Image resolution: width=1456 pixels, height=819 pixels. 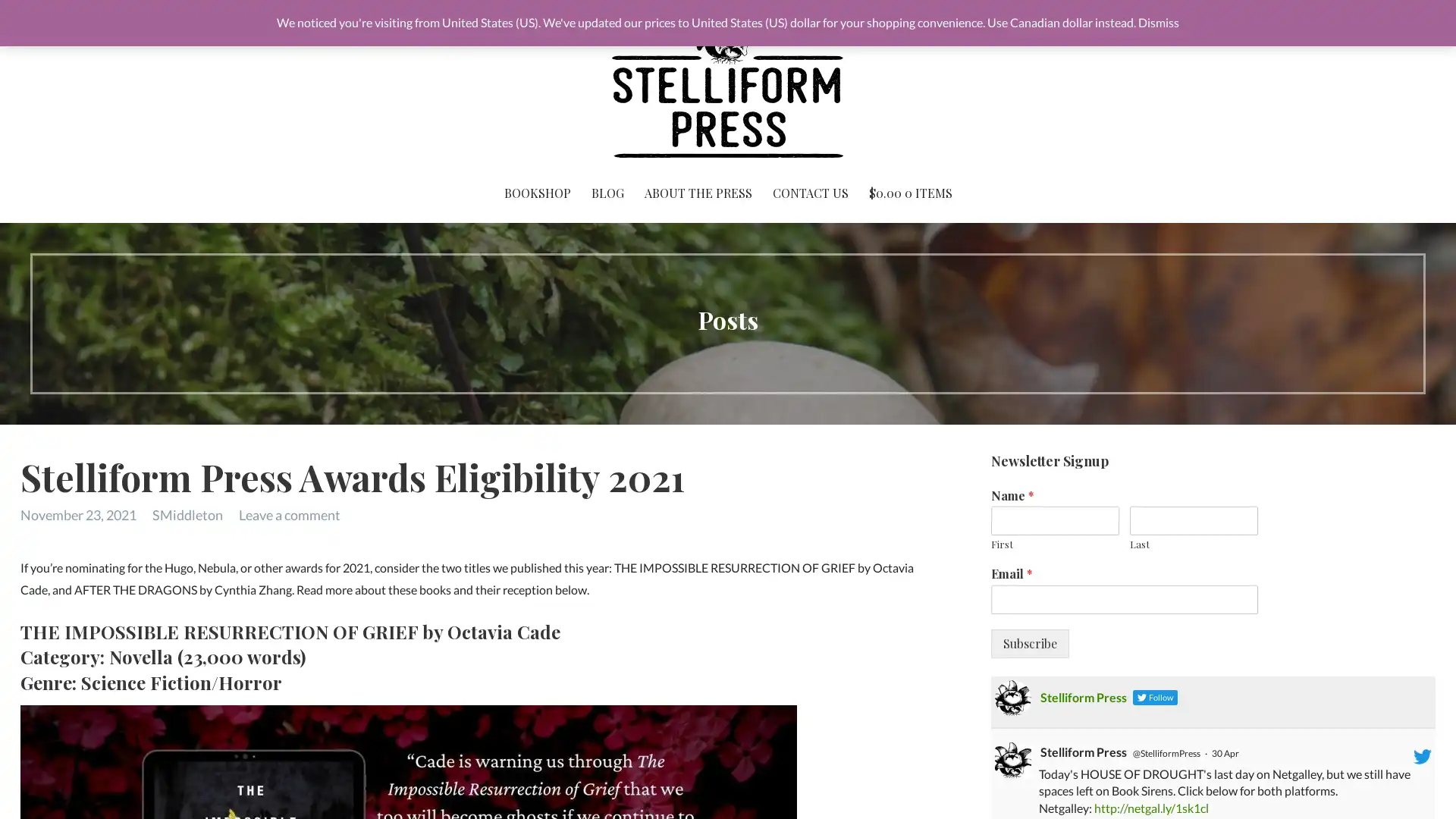 I want to click on Subscribe, so click(x=1029, y=643).